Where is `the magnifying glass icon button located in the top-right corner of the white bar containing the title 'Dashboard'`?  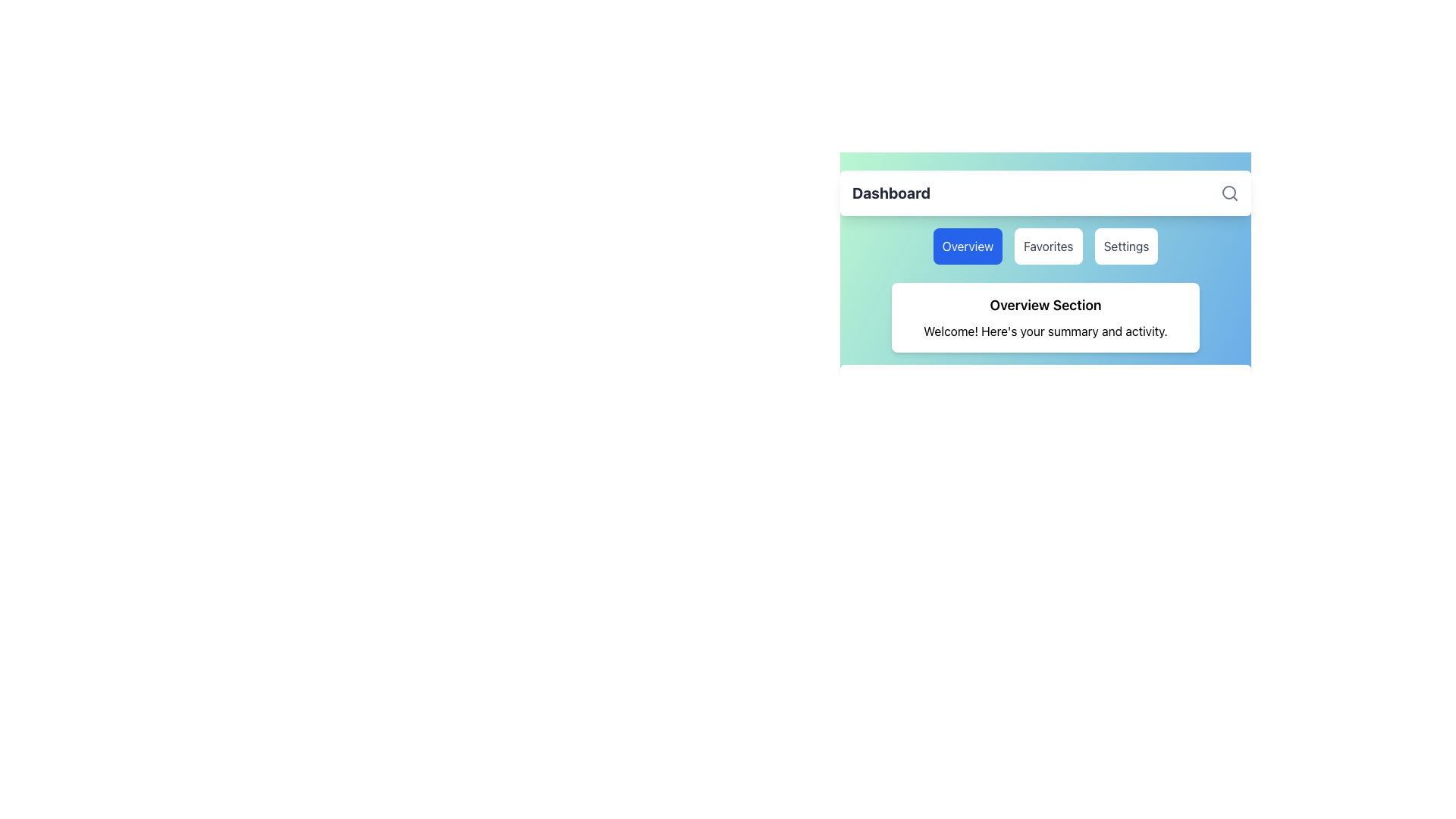 the magnifying glass icon button located in the top-right corner of the white bar containing the title 'Dashboard' is located at coordinates (1230, 192).